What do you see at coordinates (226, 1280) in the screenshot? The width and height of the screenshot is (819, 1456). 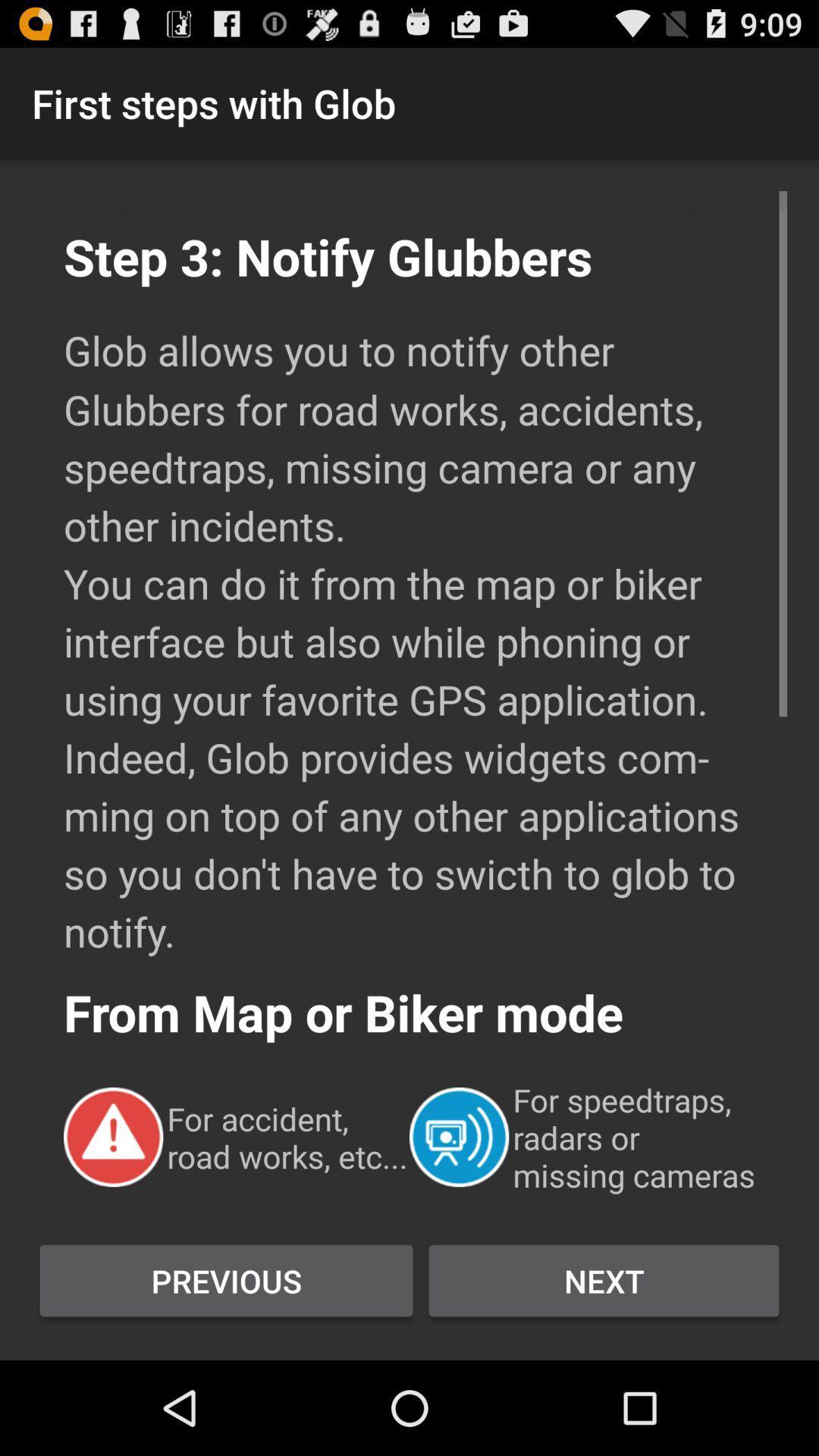 I see `the previous icon` at bounding box center [226, 1280].